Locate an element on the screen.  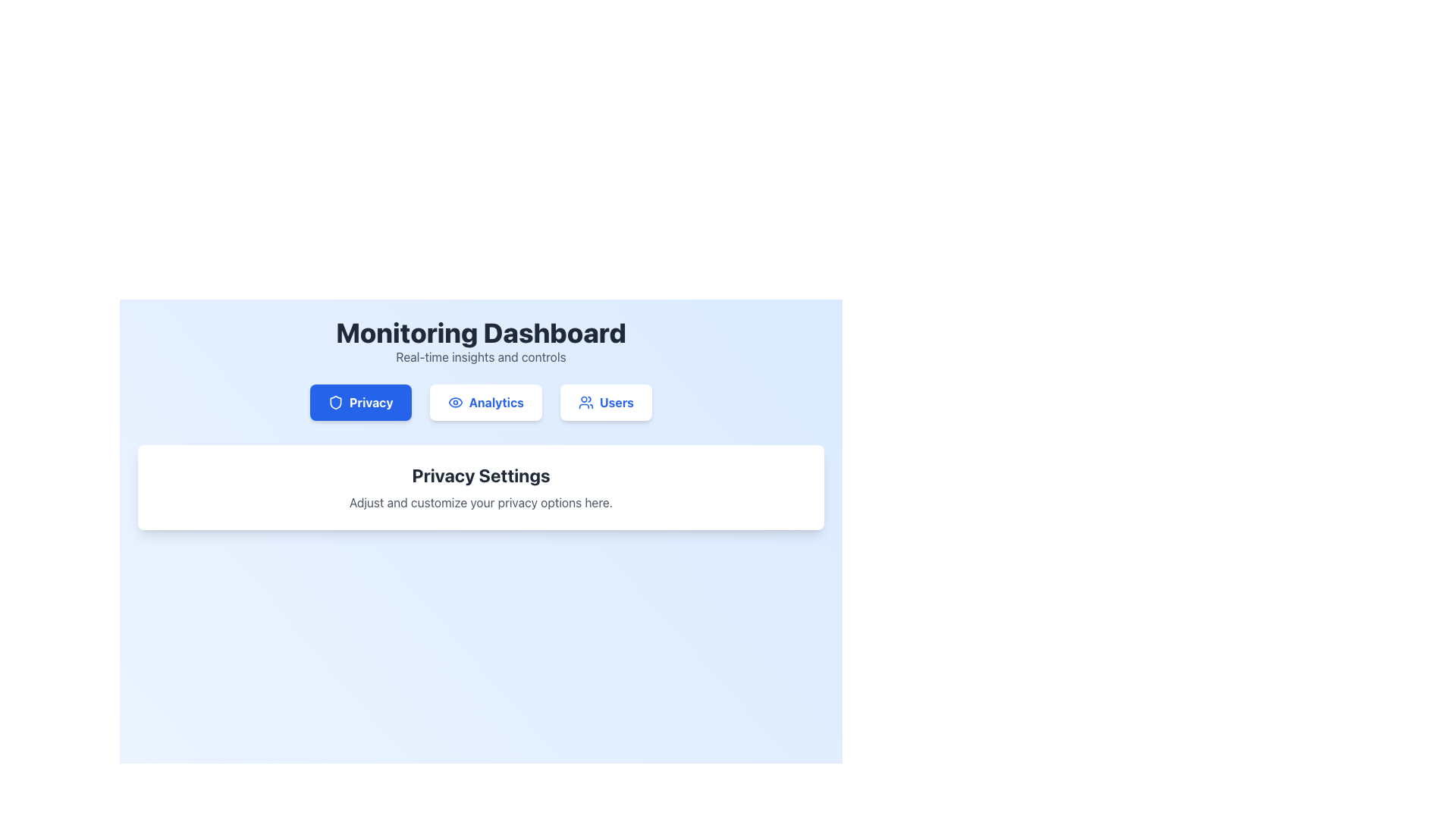
the shield icon with a blue outline and white background located on the left side of the 'Privacy' button in the header section of the page is located at coordinates (334, 402).